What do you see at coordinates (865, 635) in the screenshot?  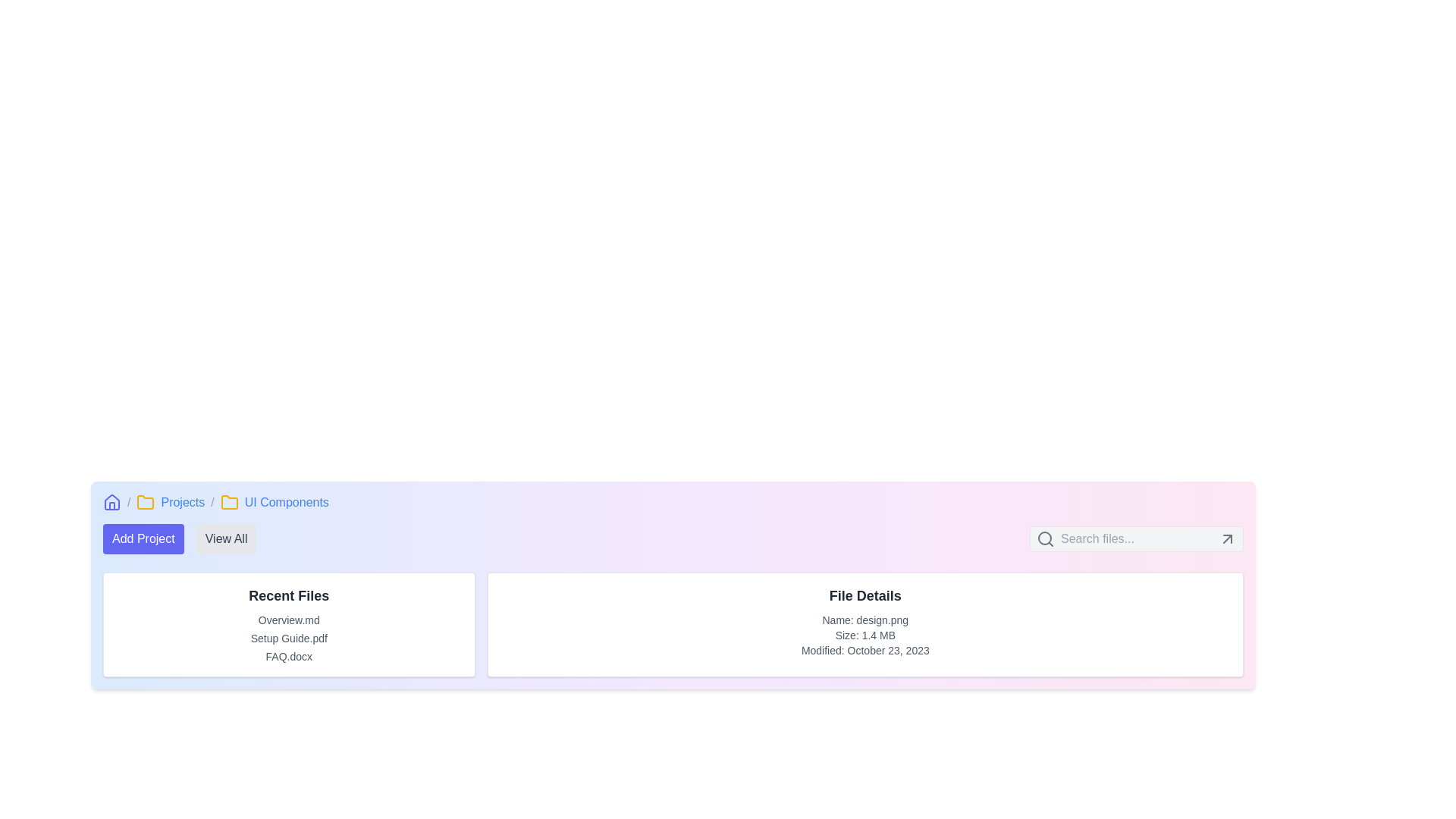 I see `the static text label displaying 'Size: 1.4 MB' located in the middle panel labeled 'File Details.'` at bounding box center [865, 635].